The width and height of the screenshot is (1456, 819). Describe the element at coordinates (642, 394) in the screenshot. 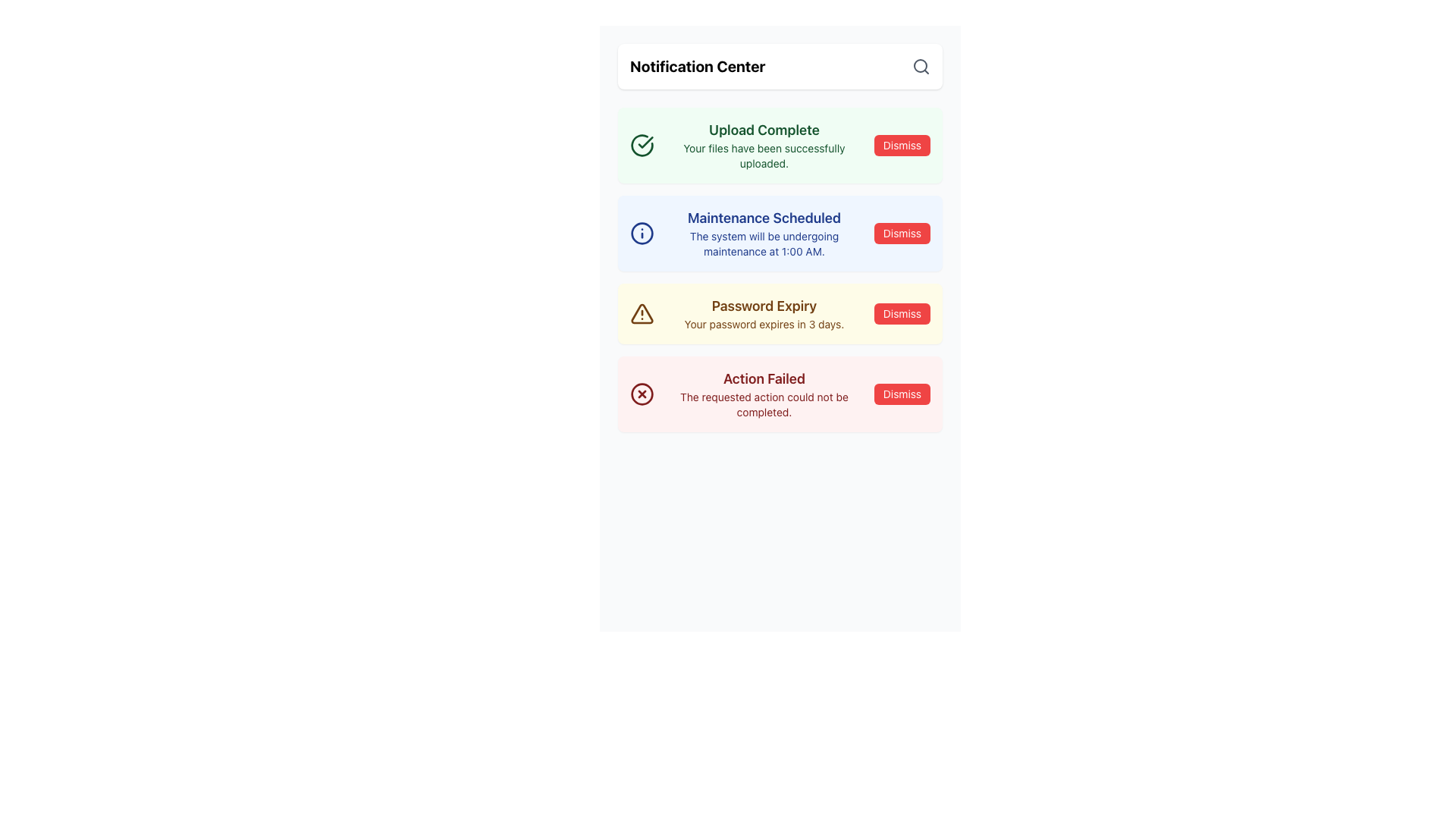

I see `the red circular icon with a white background and red cross (X) located in the left section of the notification box that displays 'Action Failed'` at that location.